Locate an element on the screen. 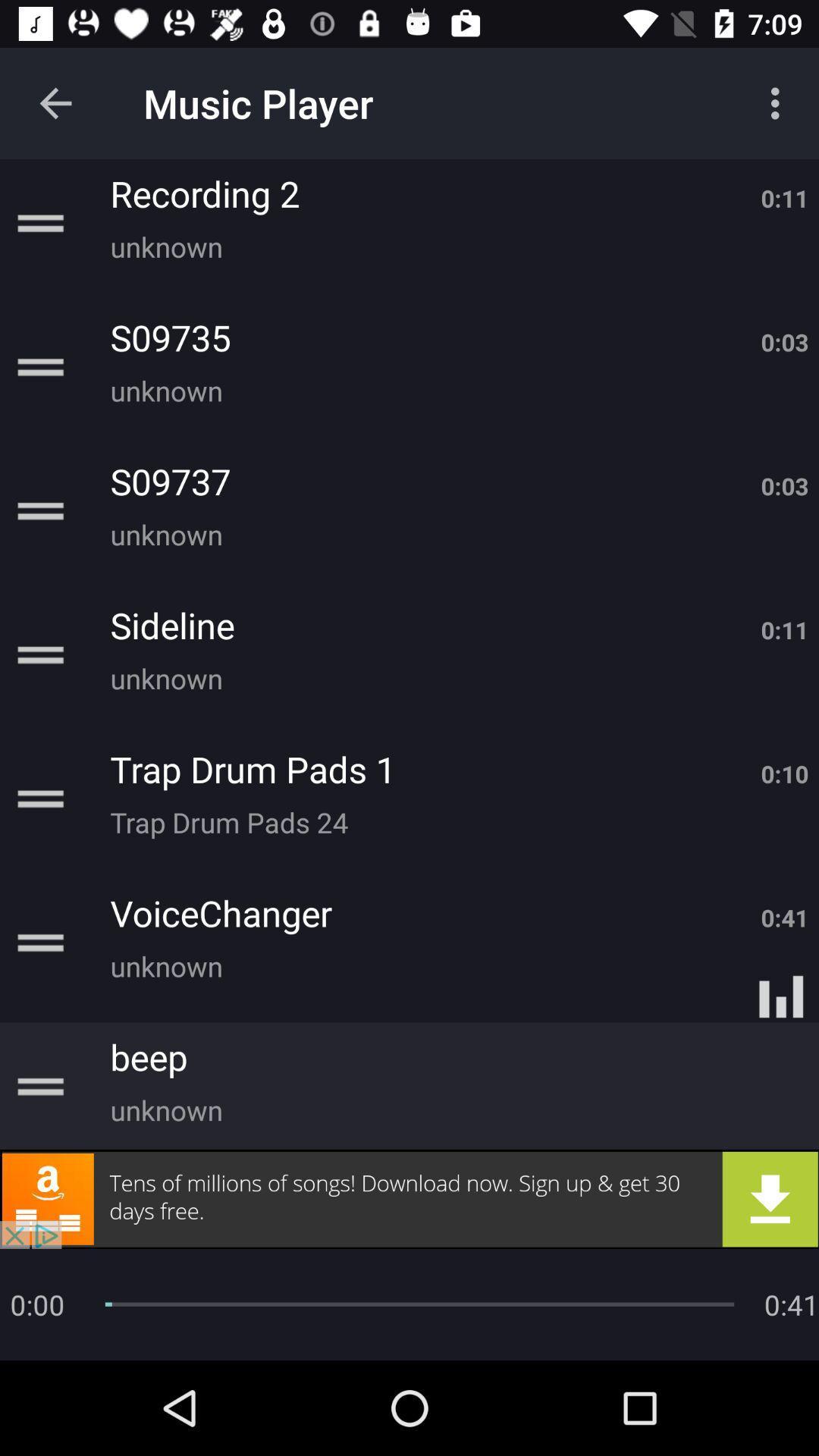  advertisement is located at coordinates (409, 1198).